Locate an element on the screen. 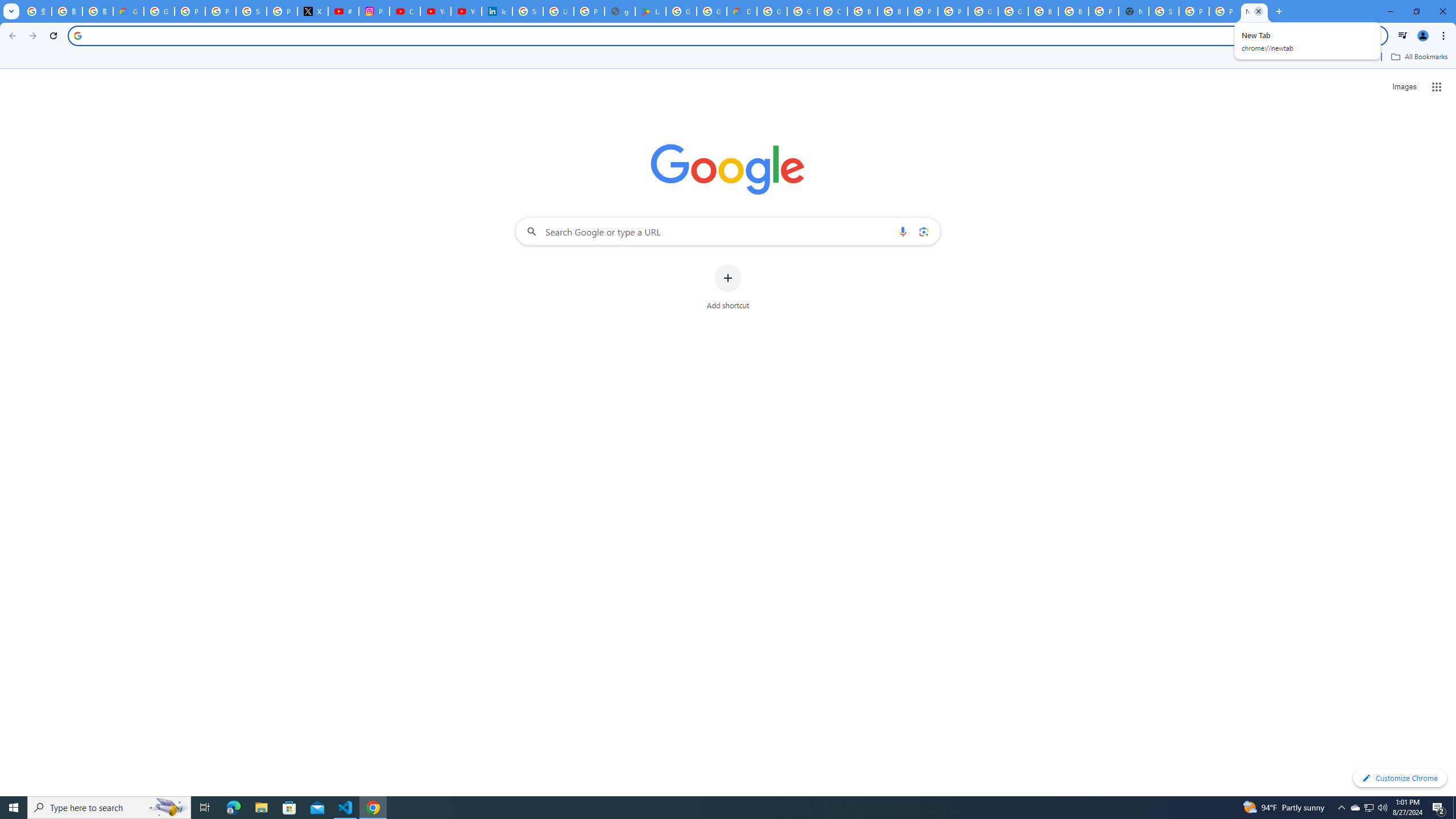 The height and width of the screenshot is (819, 1456). 'Browse Chrome as a guest - Computer - Google Chrome Help' is located at coordinates (1043, 11).